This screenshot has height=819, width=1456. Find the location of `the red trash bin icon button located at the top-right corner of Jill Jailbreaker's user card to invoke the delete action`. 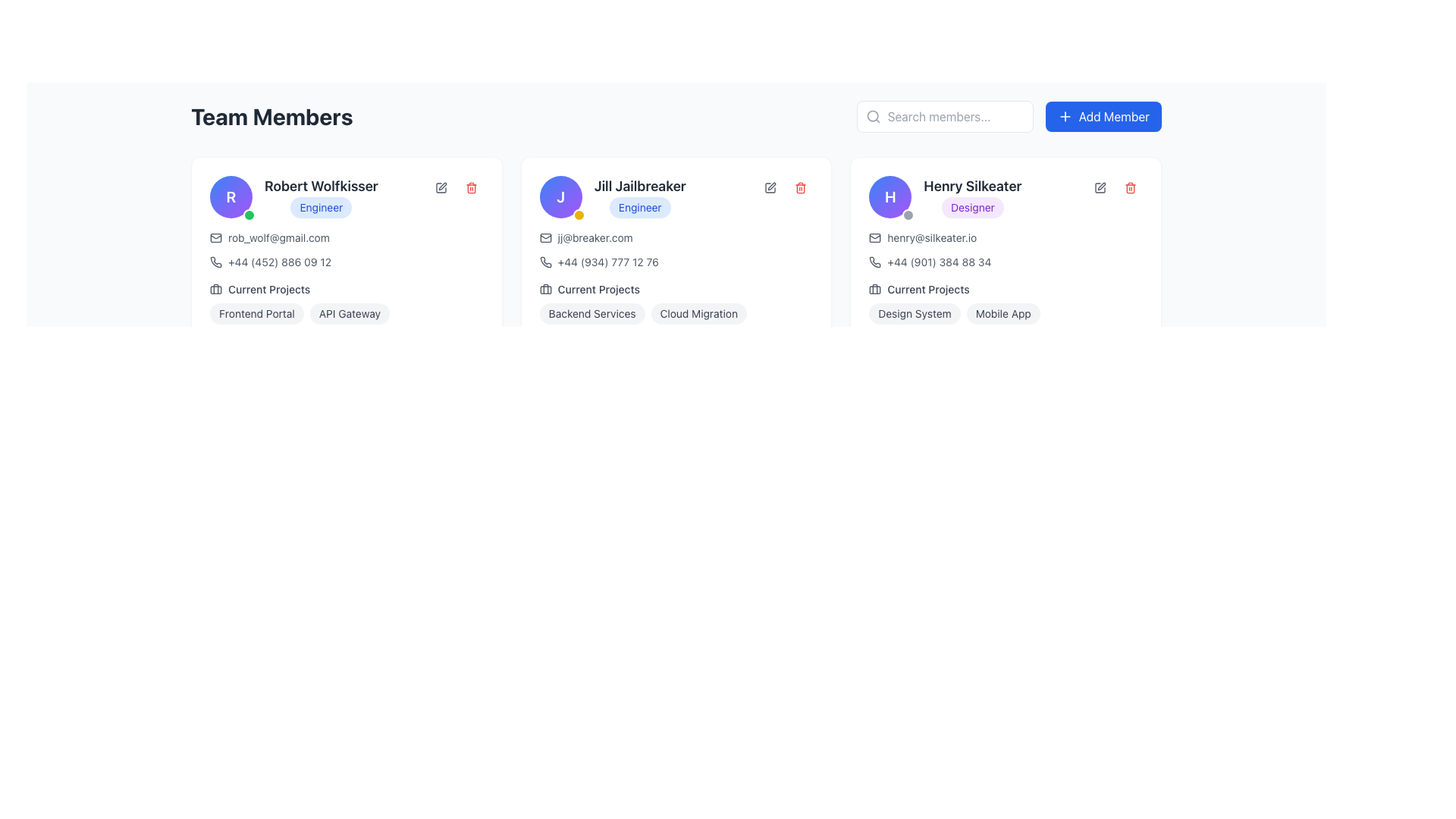

the red trash bin icon button located at the top-right corner of Jill Jailbreaker's user card to invoke the delete action is located at coordinates (800, 187).